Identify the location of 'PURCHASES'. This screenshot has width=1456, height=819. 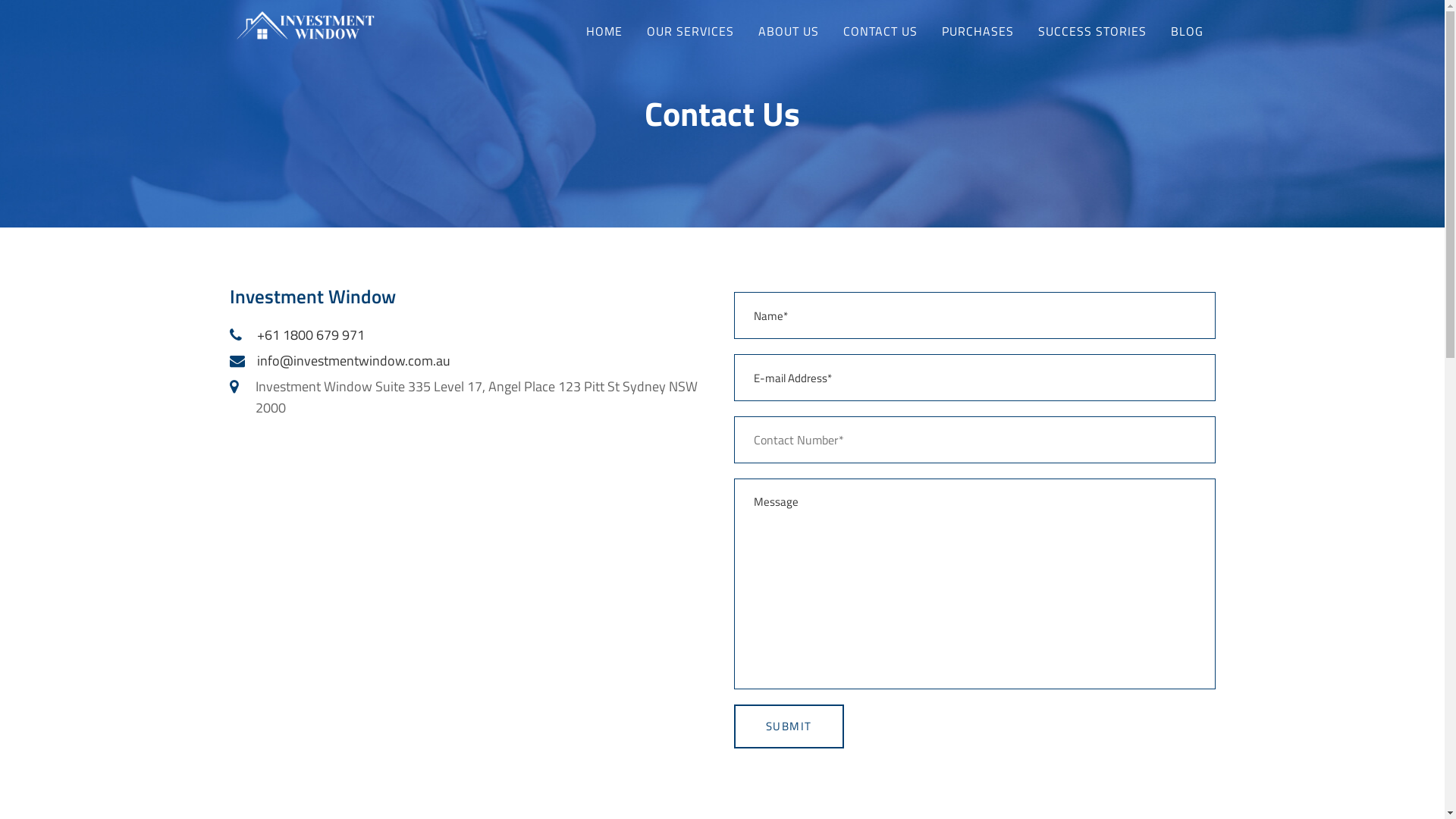
(928, 30).